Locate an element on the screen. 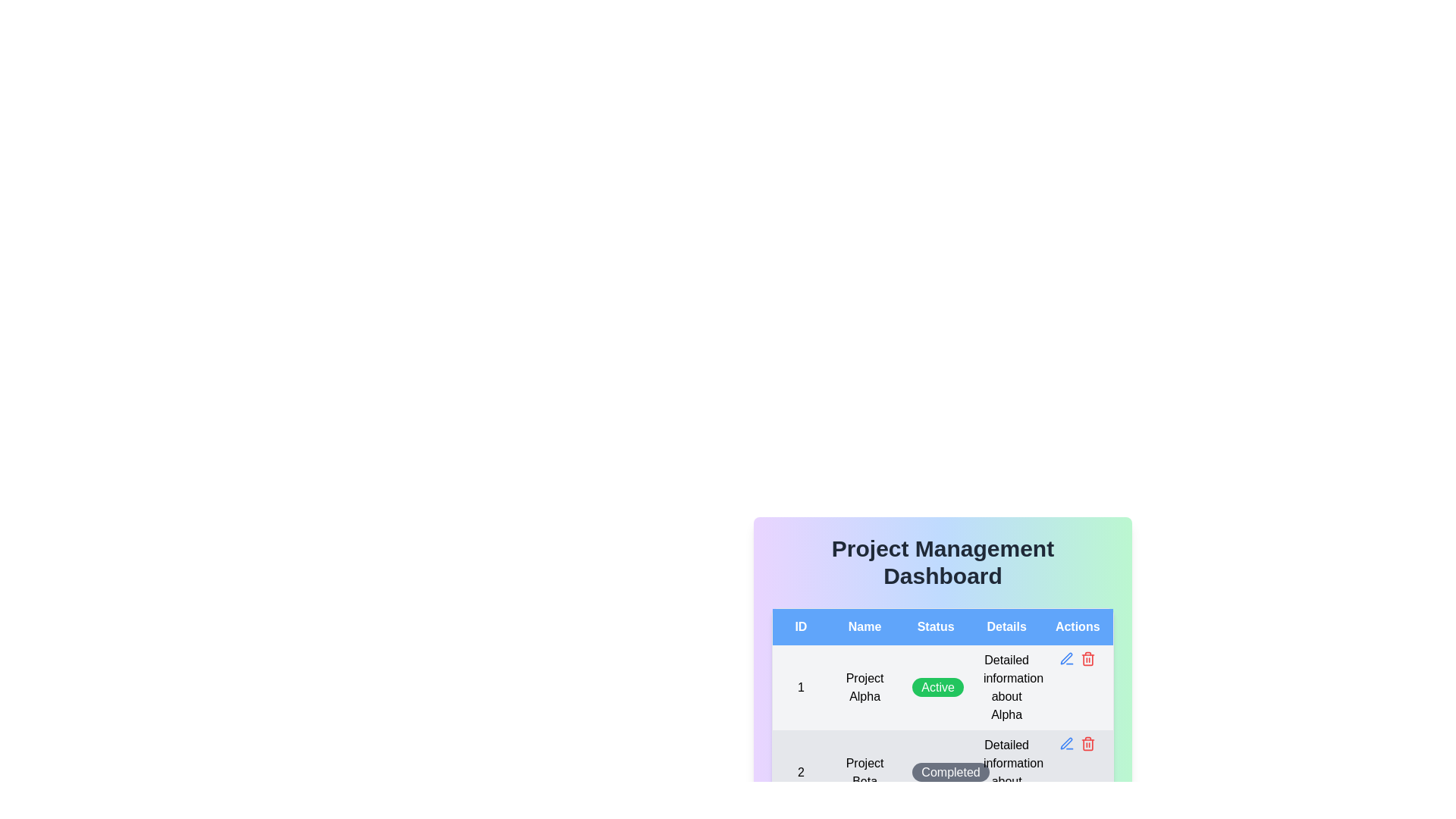  the interactive buttons in the 'Actions' column of the second row for 'Project Beta' is located at coordinates (1077, 742).